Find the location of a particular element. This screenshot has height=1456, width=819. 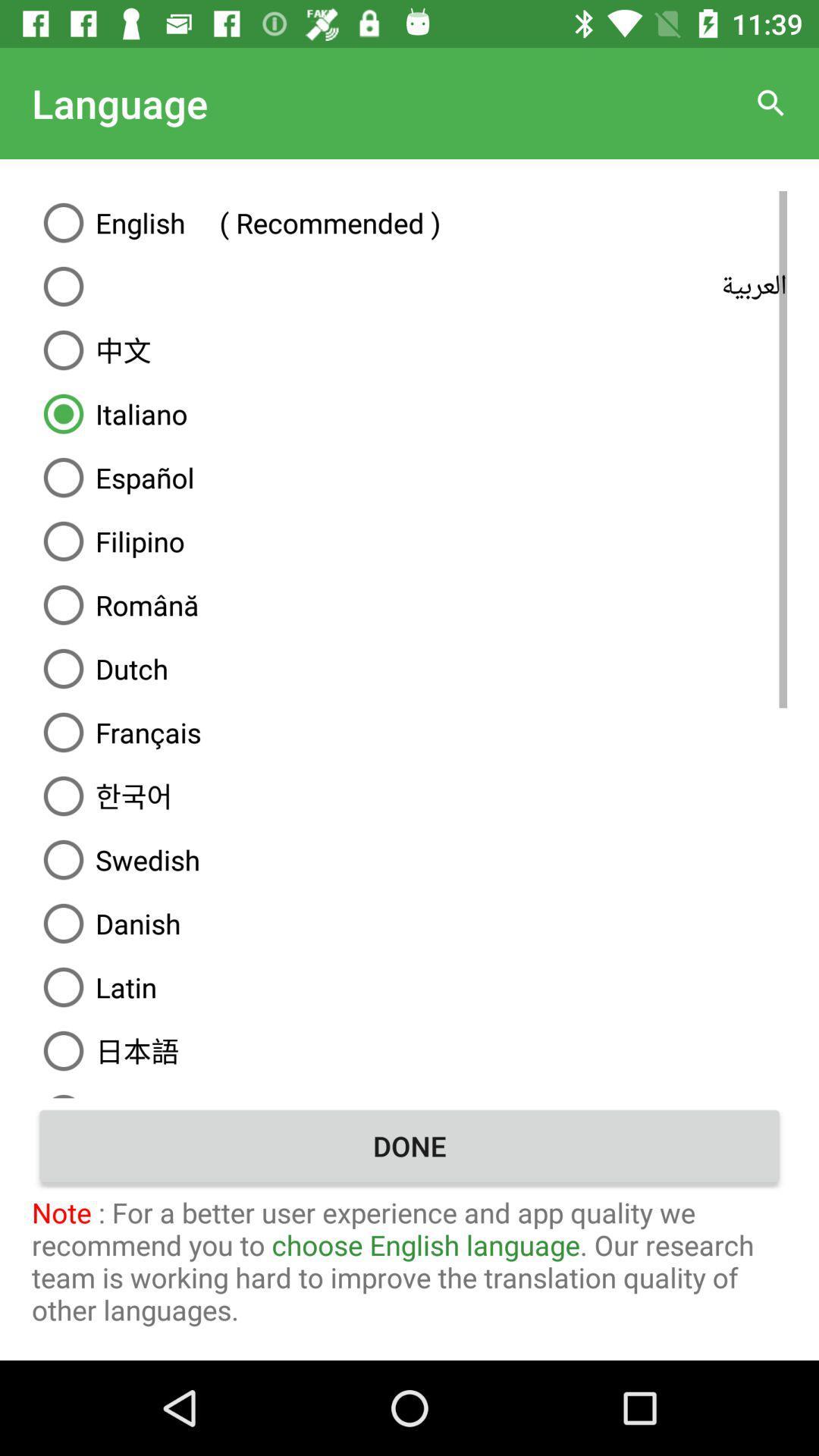

icon above the done item is located at coordinates (409, 1090).